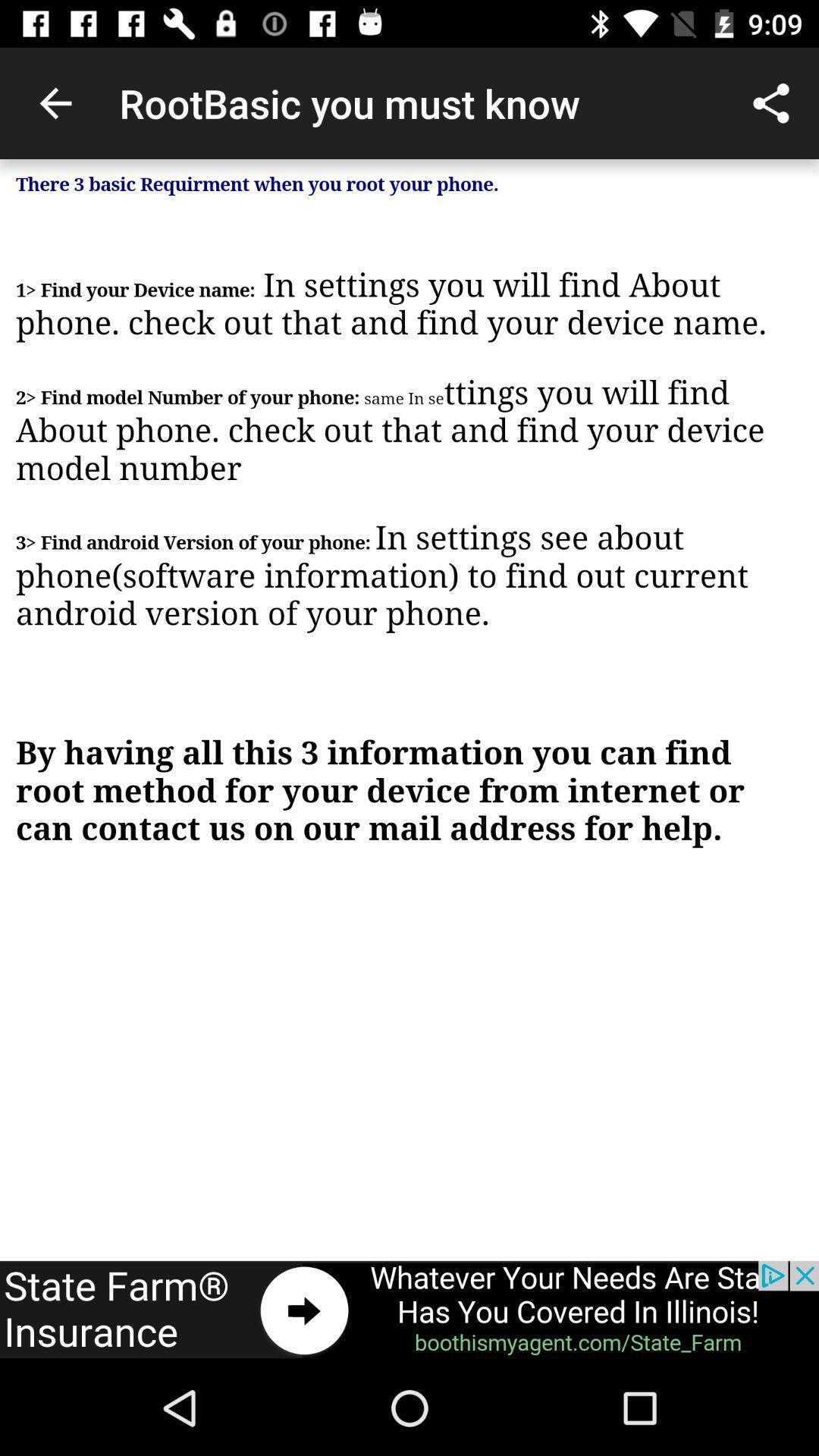 The height and width of the screenshot is (1456, 819). Describe the element at coordinates (409, 1310) in the screenshot. I see `advertisement` at that location.